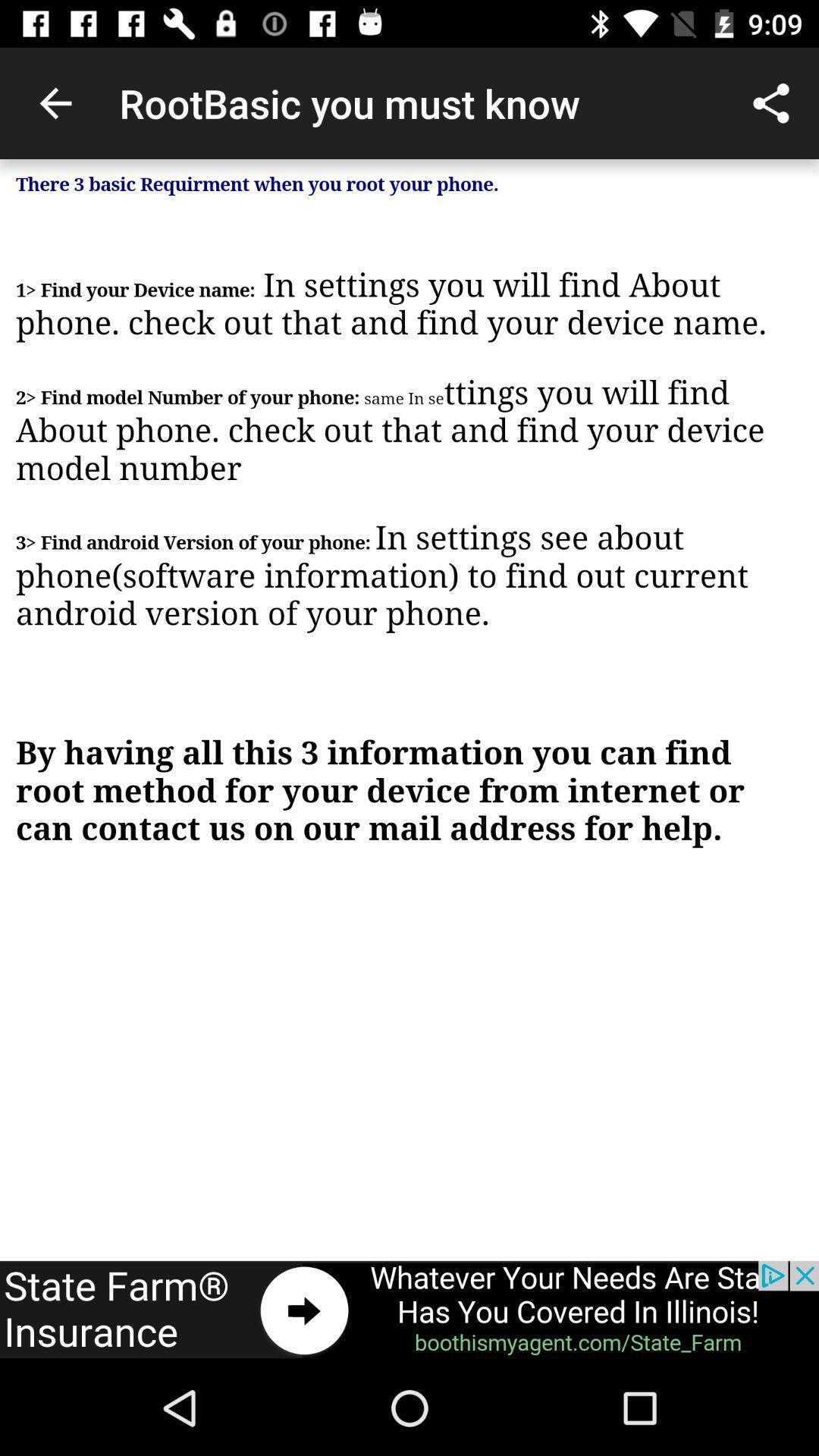 The height and width of the screenshot is (1456, 819). Describe the element at coordinates (409, 1310) in the screenshot. I see `advertisement` at that location.